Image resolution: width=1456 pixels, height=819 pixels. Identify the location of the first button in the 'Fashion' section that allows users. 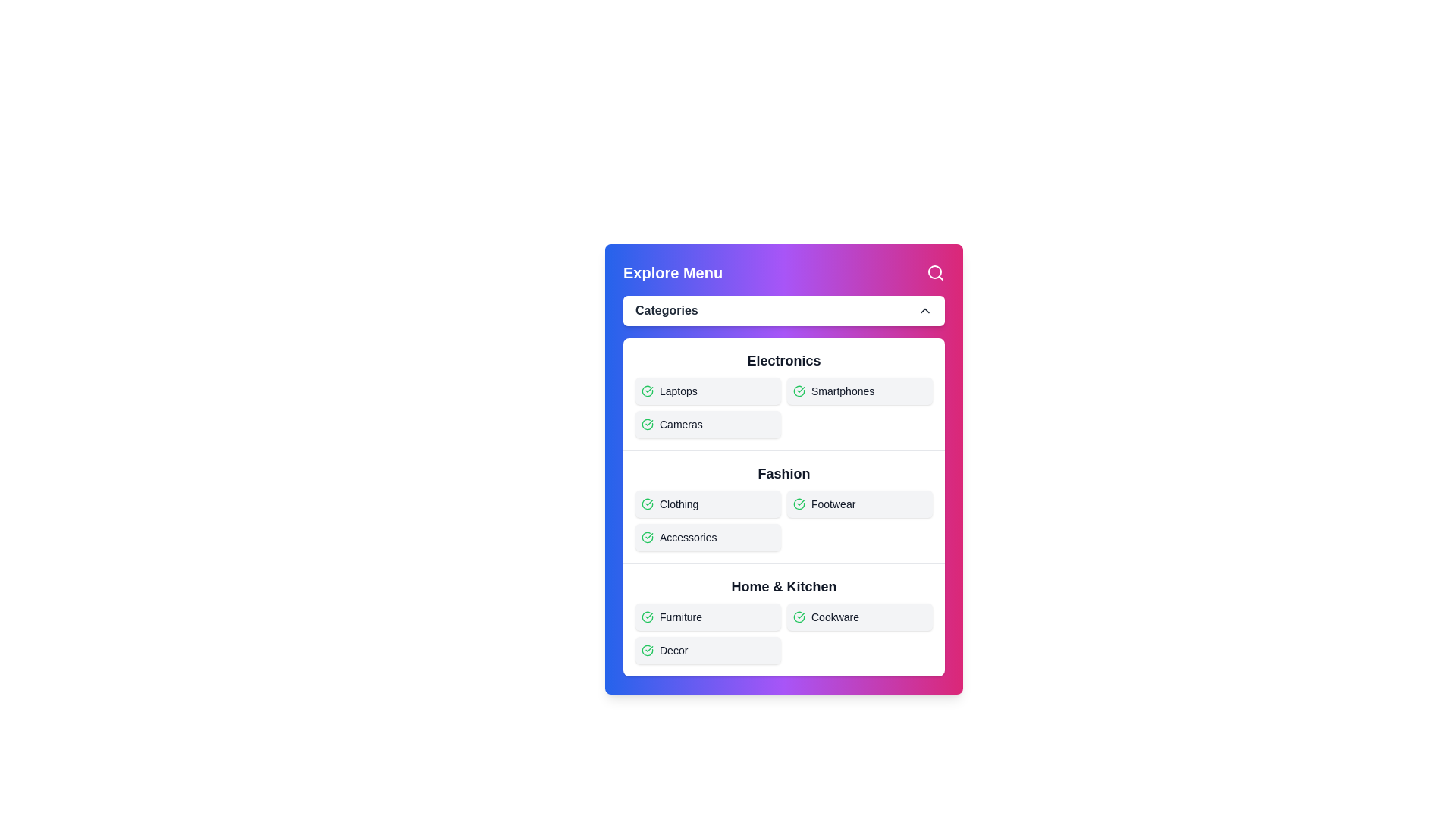
(708, 504).